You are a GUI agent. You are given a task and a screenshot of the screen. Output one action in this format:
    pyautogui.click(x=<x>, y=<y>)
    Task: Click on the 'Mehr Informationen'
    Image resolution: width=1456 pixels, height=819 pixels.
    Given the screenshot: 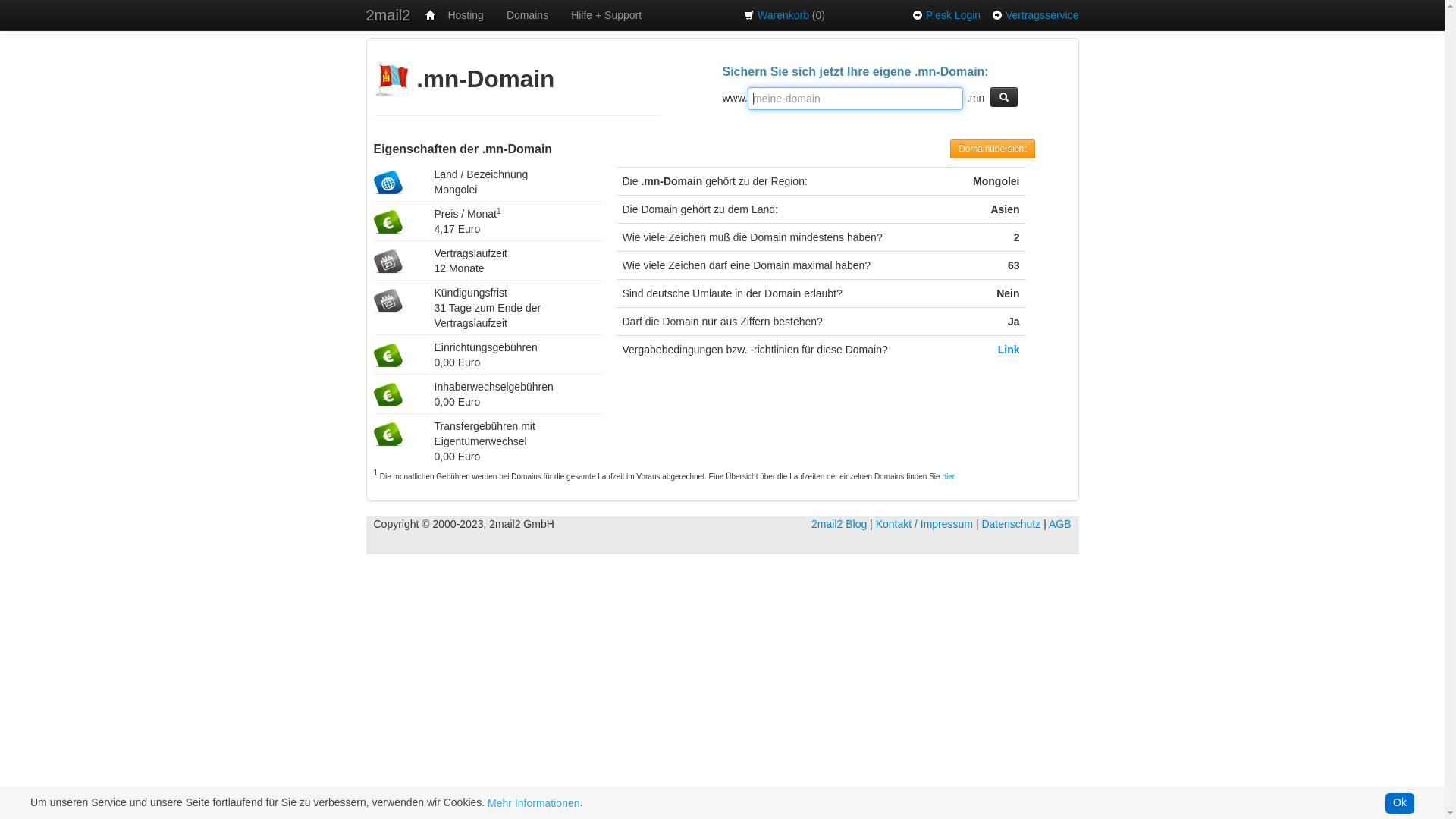 What is the action you would take?
    pyautogui.click(x=533, y=802)
    